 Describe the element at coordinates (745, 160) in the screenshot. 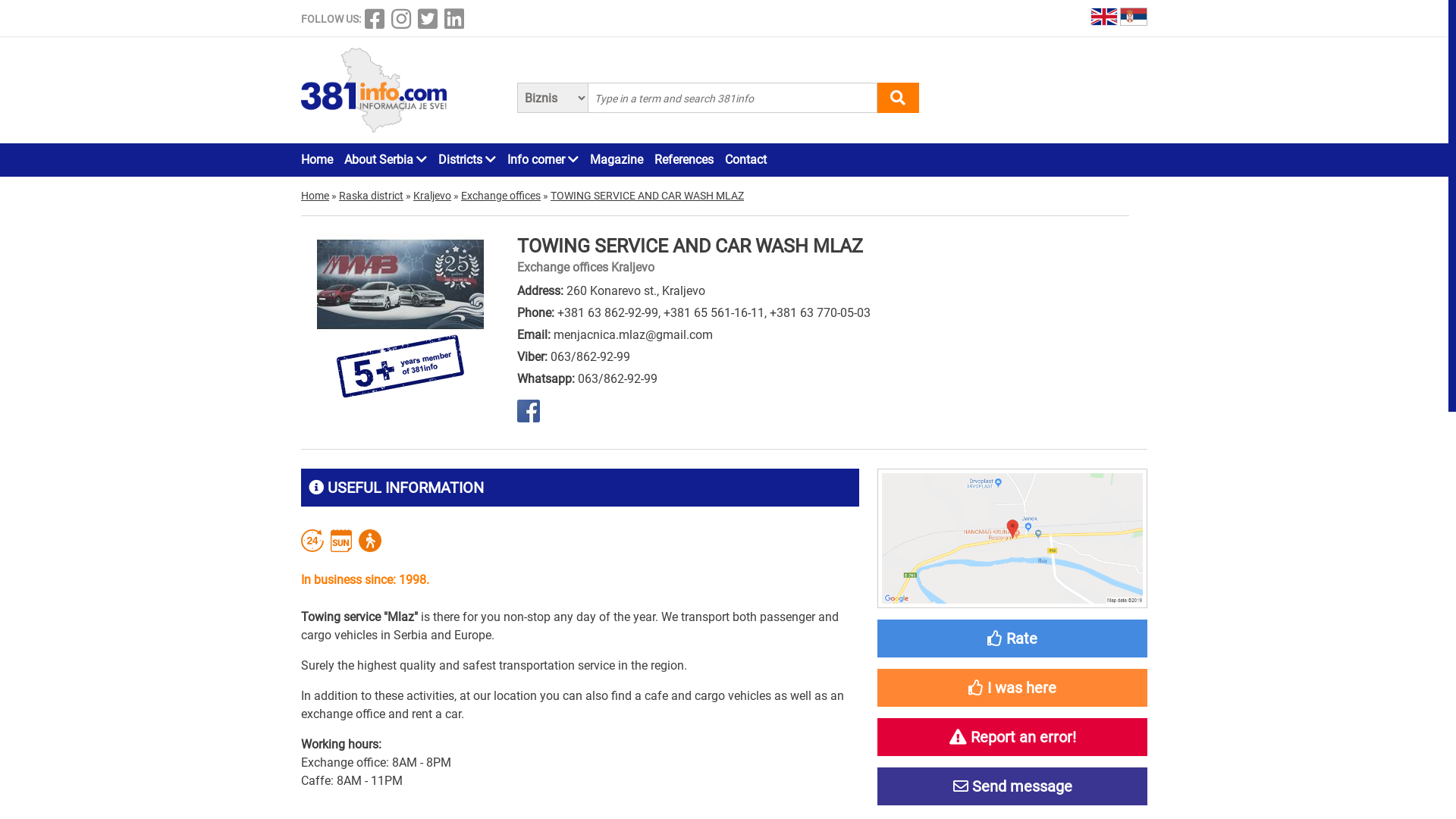

I see `'Contact'` at that location.